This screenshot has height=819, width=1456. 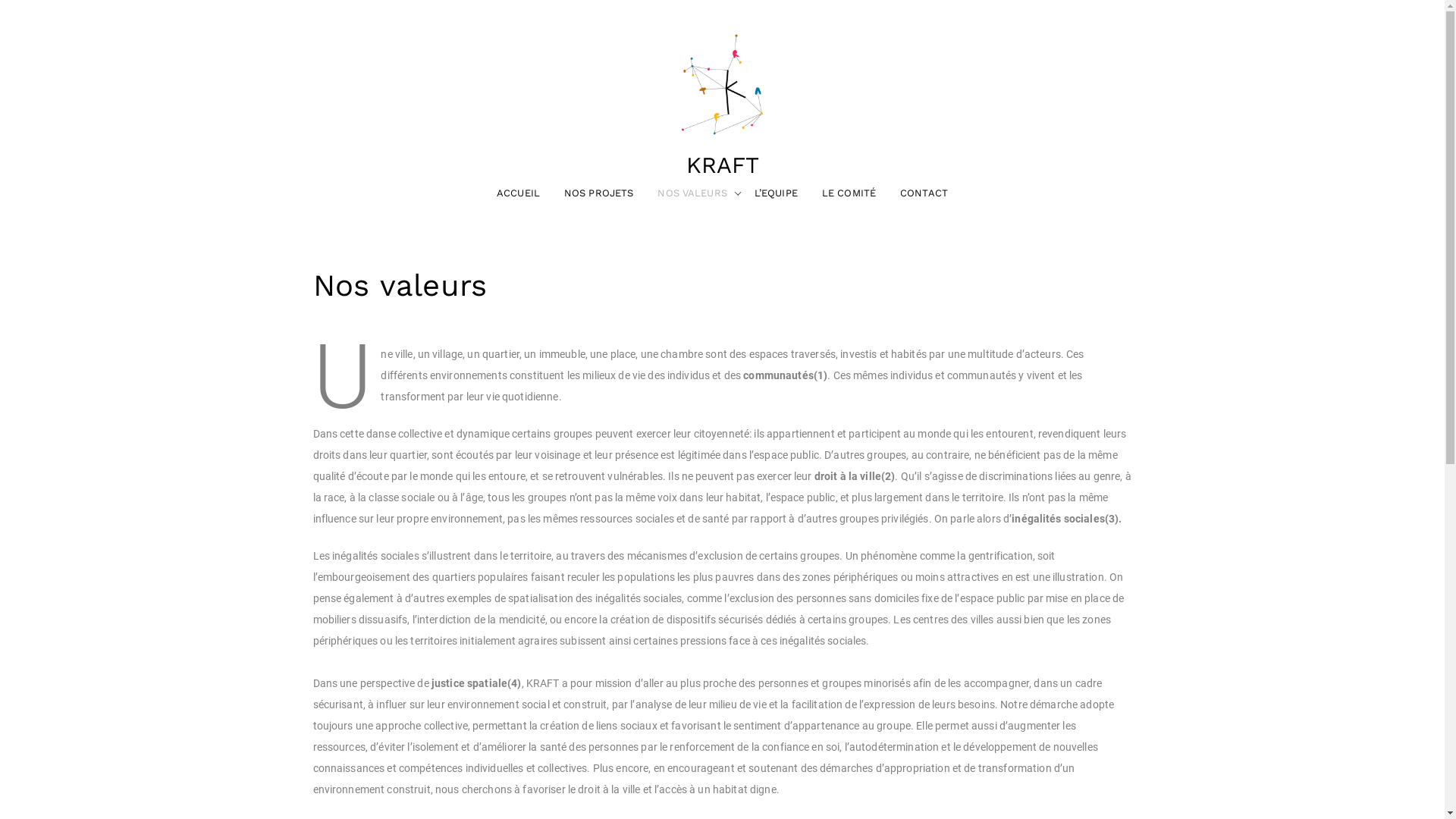 What do you see at coordinates (720, 165) in the screenshot?
I see `'KRAFT'` at bounding box center [720, 165].